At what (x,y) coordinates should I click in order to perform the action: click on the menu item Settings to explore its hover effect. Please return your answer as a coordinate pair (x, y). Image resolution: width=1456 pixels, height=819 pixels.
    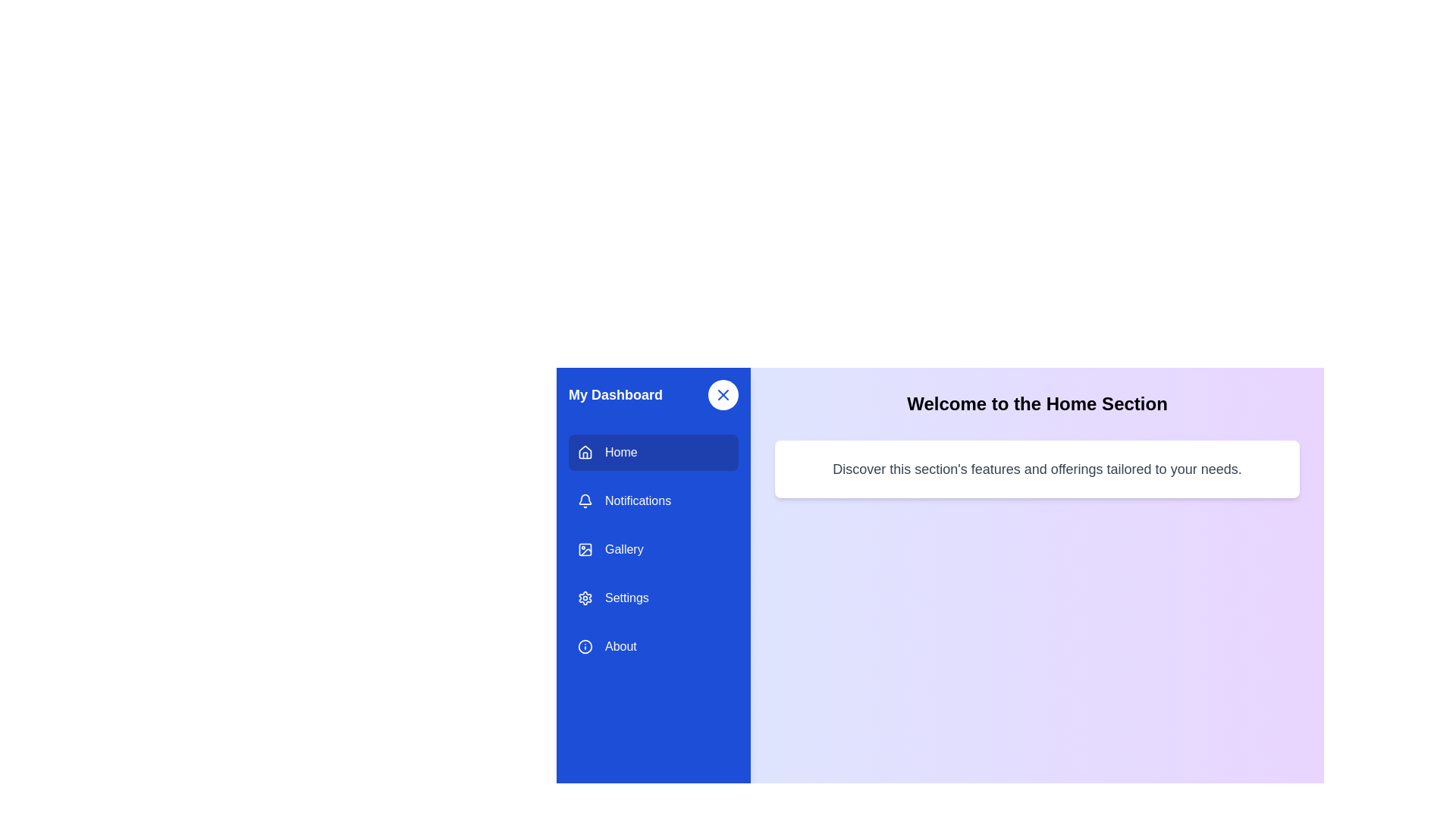
    Looking at the image, I should click on (654, 598).